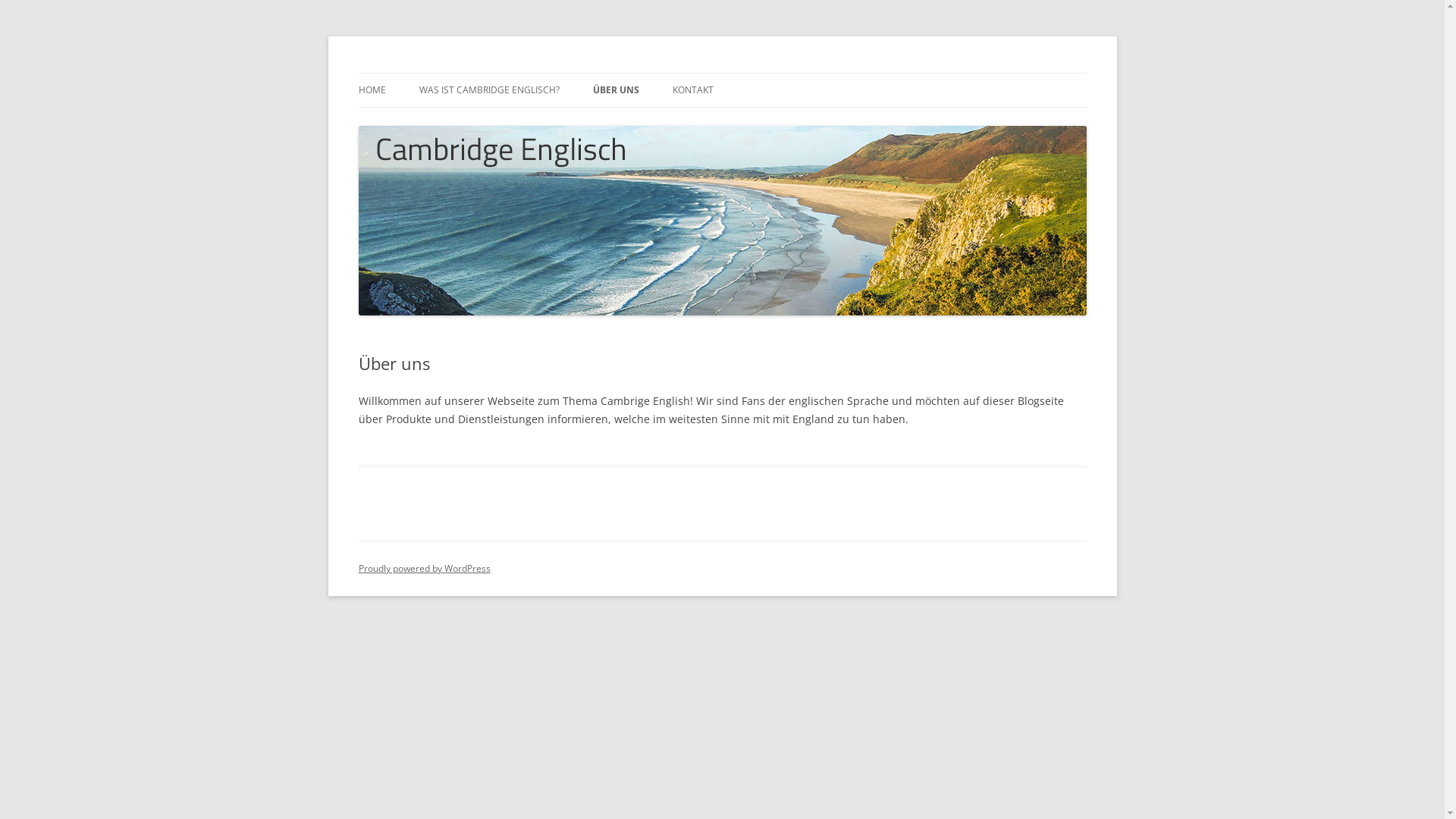 The image size is (1456, 819). What do you see at coordinates (423, 568) in the screenshot?
I see `'Proudly powered by WordPress'` at bounding box center [423, 568].